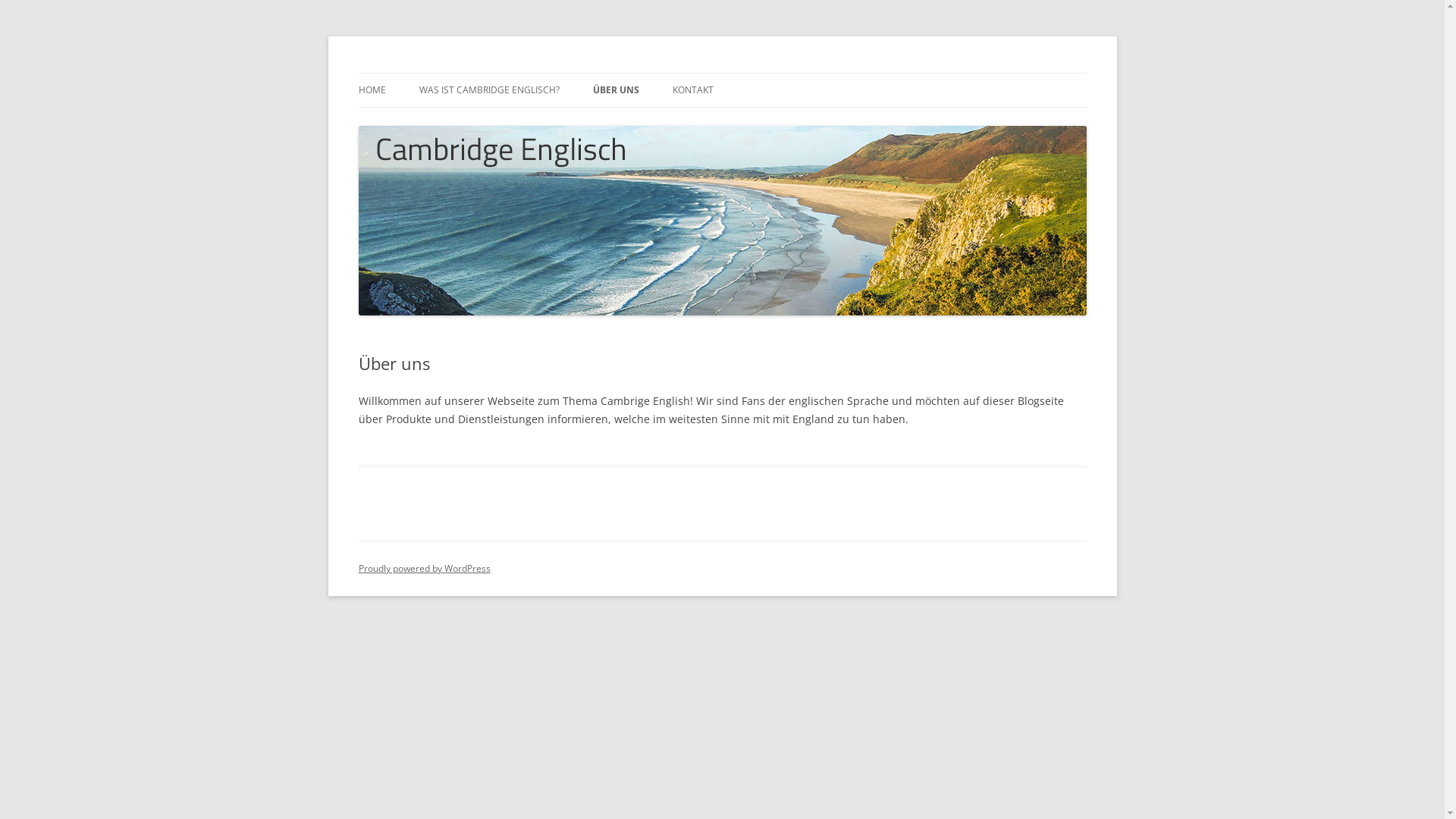 The image size is (1456, 819). What do you see at coordinates (423, 568) in the screenshot?
I see `'Proudly powered by WordPress'` at bounding box center [423, 568].